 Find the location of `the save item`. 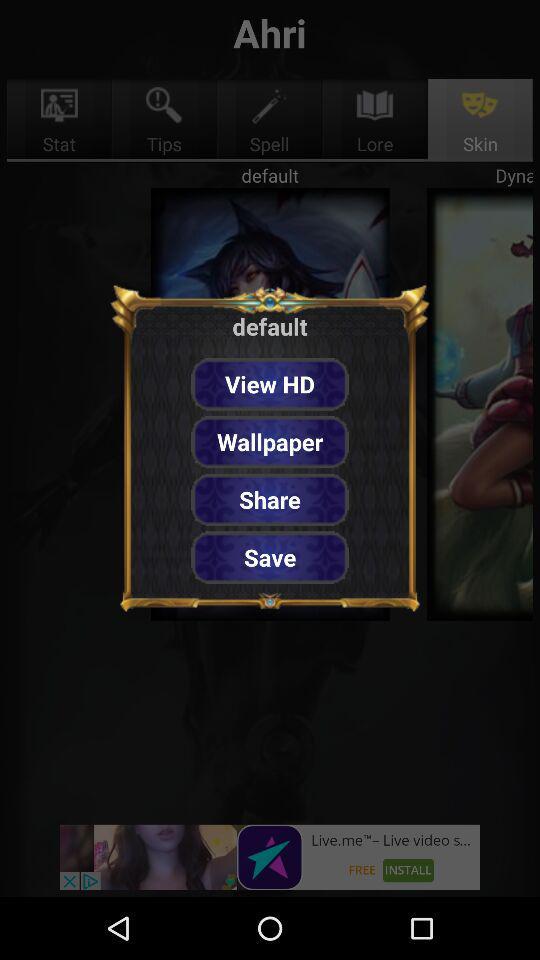

the save item is located at coordinates (270, 557).